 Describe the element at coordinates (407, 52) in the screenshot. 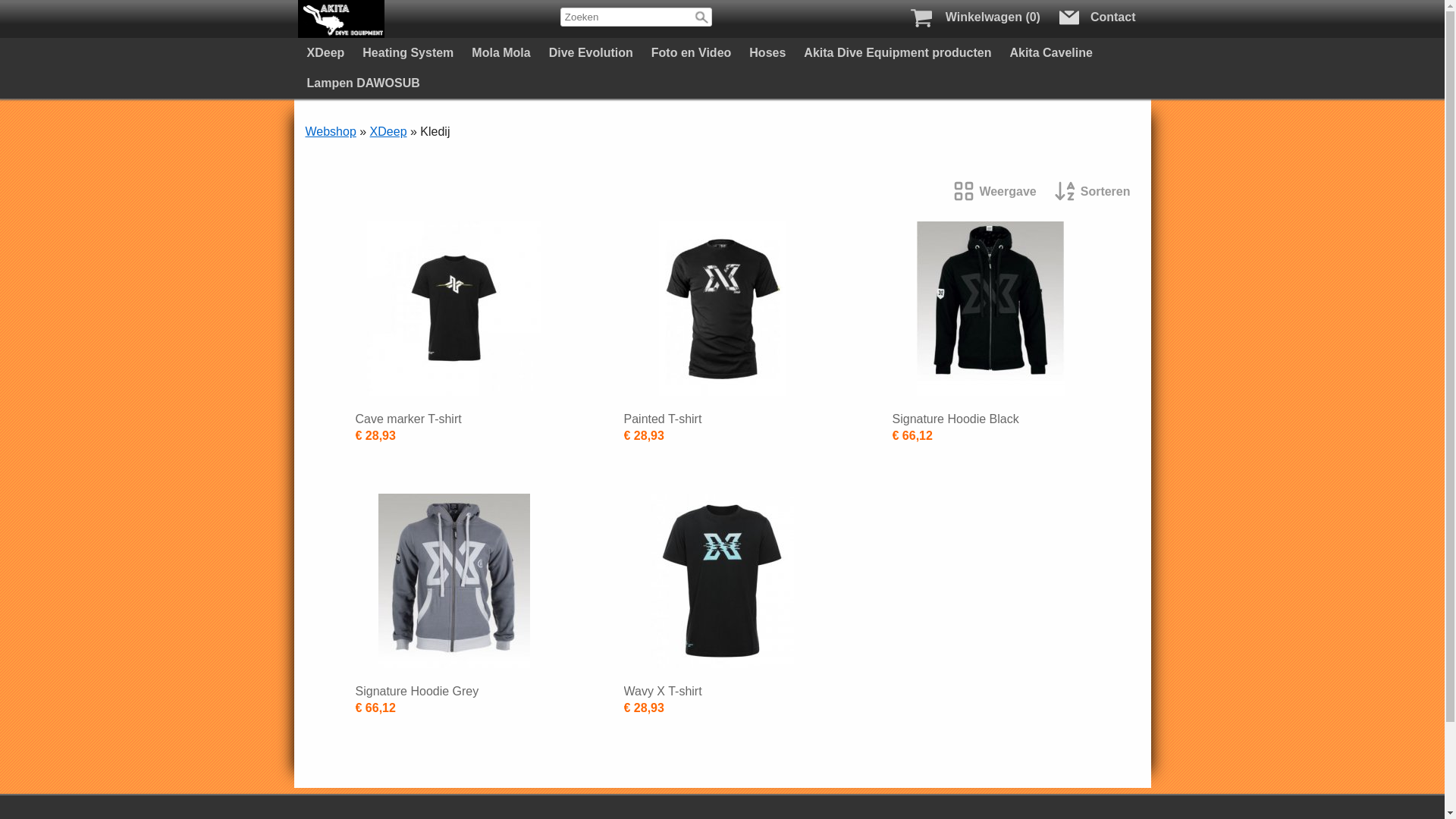

I see `'Heating System'` at that location.